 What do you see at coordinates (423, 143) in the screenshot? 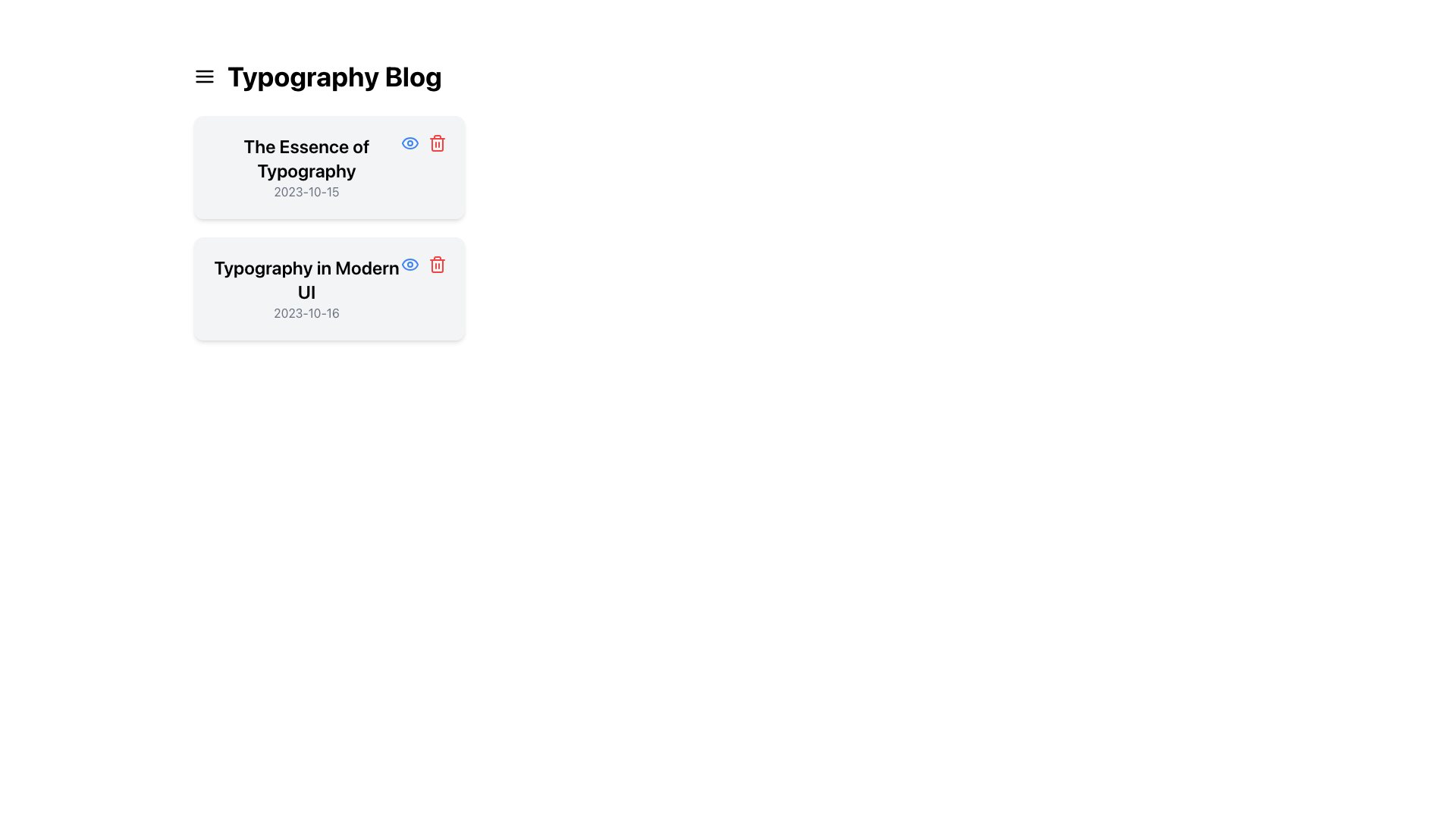
I see `the red trash icon located on the top-right corner of the article 'The Essence of Typography'` at bounding box center [423, 143].